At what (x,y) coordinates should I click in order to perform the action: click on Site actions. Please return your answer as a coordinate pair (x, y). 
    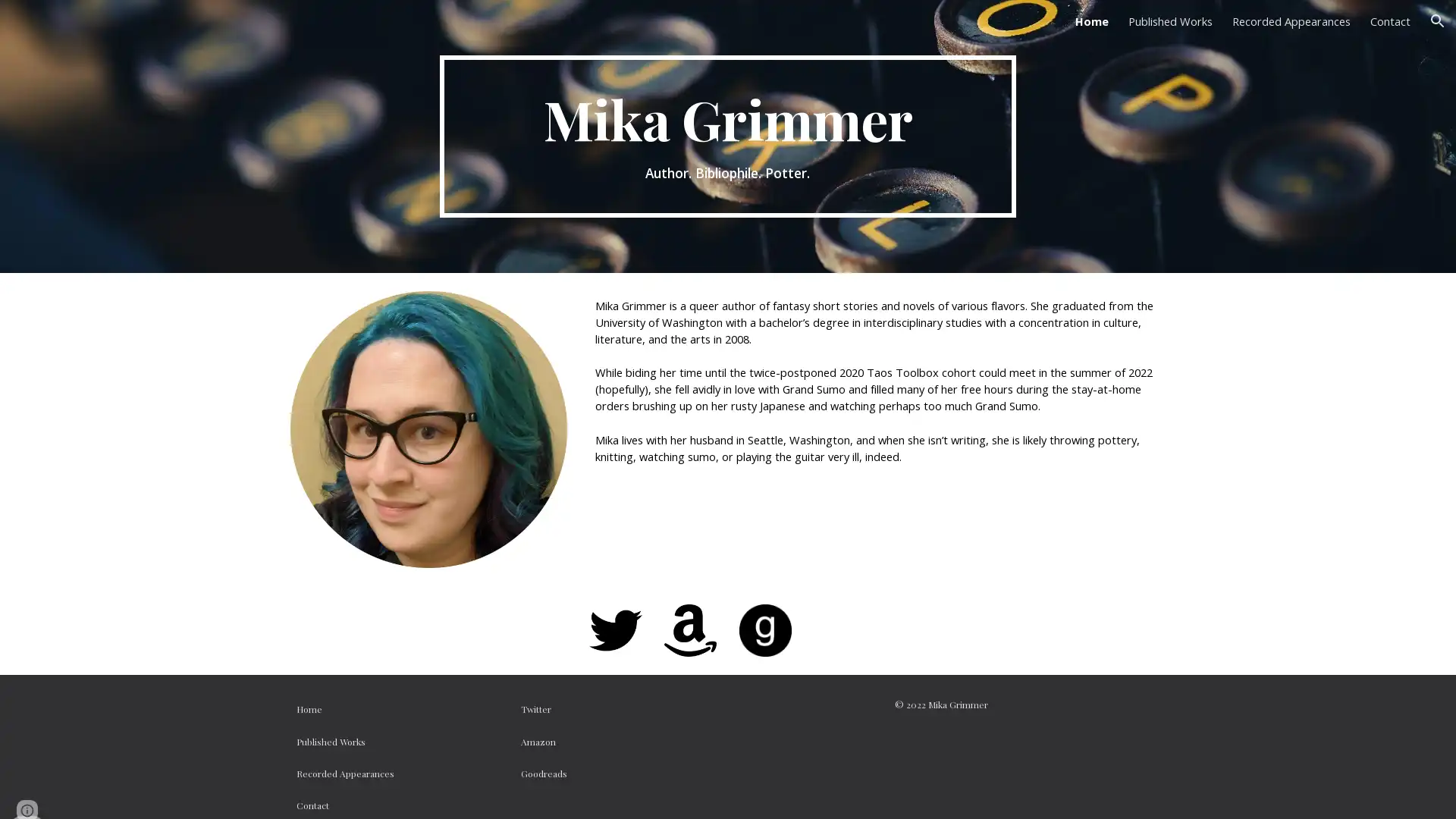
    Looking at the image, I should click on (27, 792).